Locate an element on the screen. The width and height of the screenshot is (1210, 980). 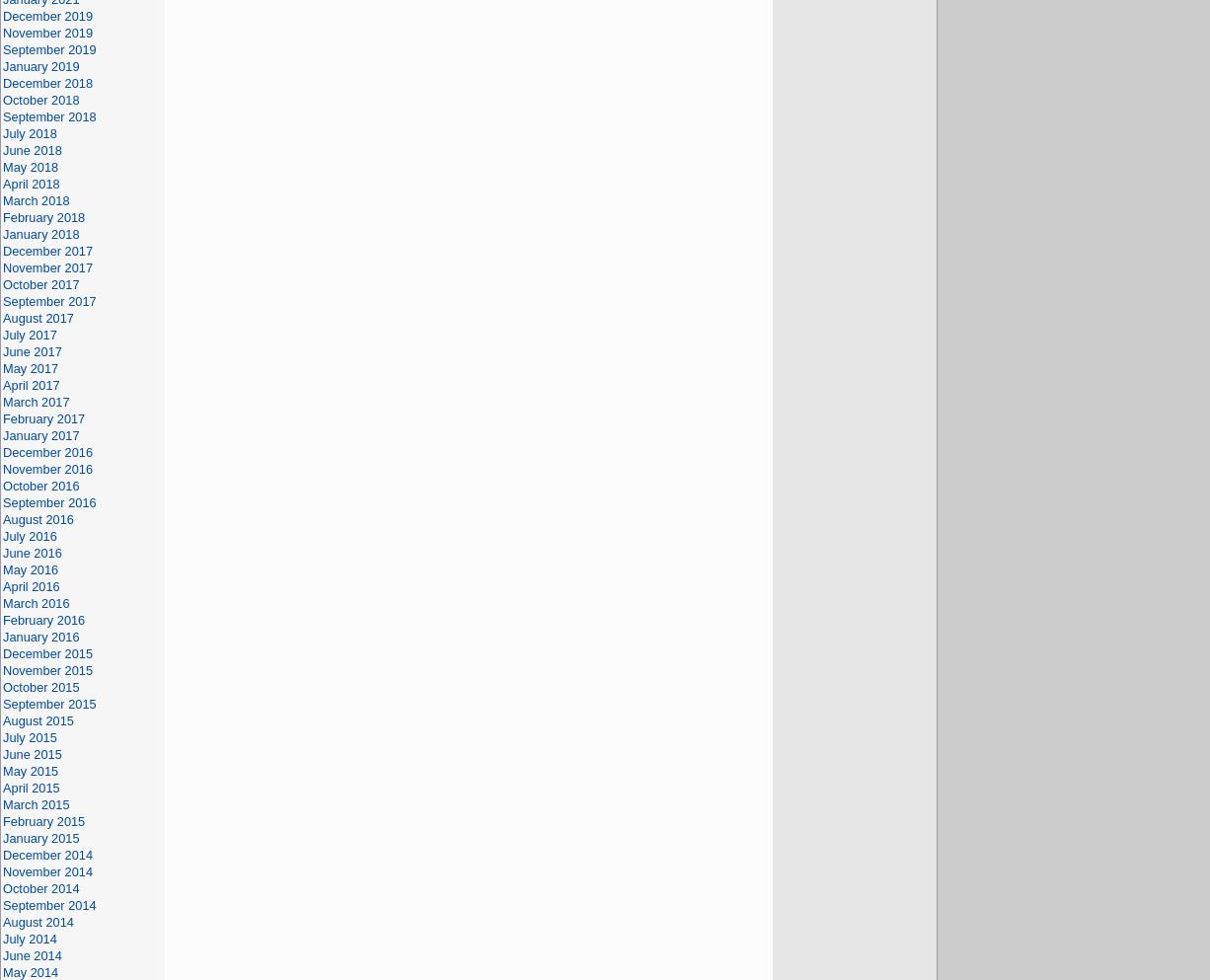
'August 2014' is located at coordinates (38, 921).